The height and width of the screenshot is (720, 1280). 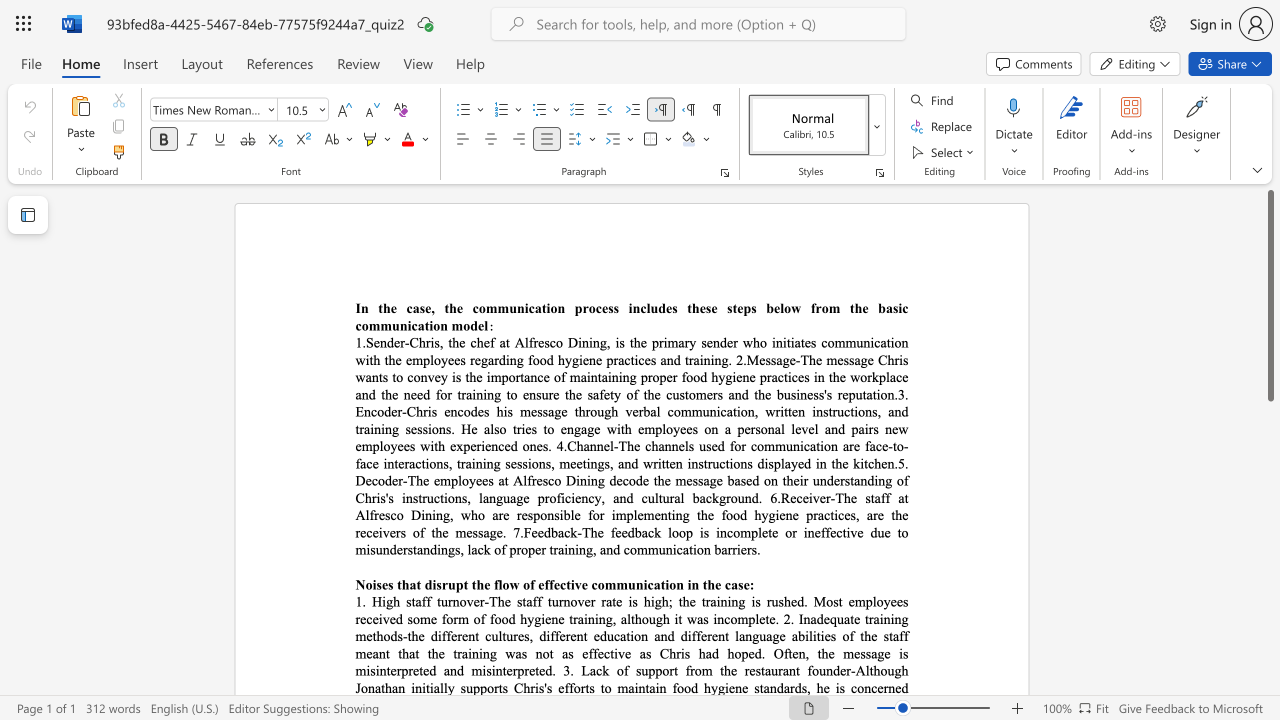 I want to click on the 3th character "o" in the text, so click(x=526, y=584).